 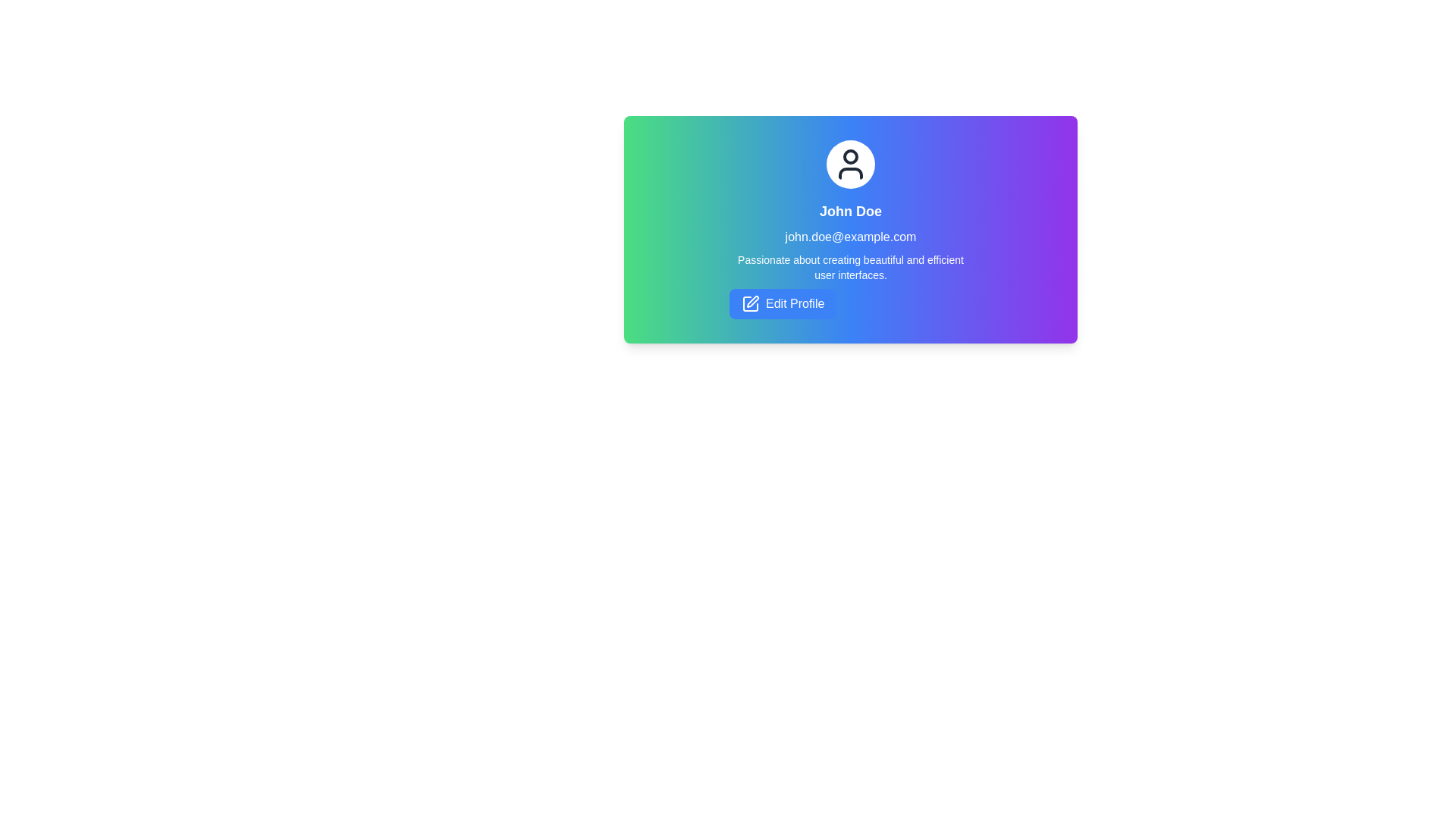 What do you see at coordinates (753, 301) in the screenshot?
I see `the pen icon within the 'Edit Profile' button, which is part of a gradient-colored card layout` at bounding box center [753, 301].